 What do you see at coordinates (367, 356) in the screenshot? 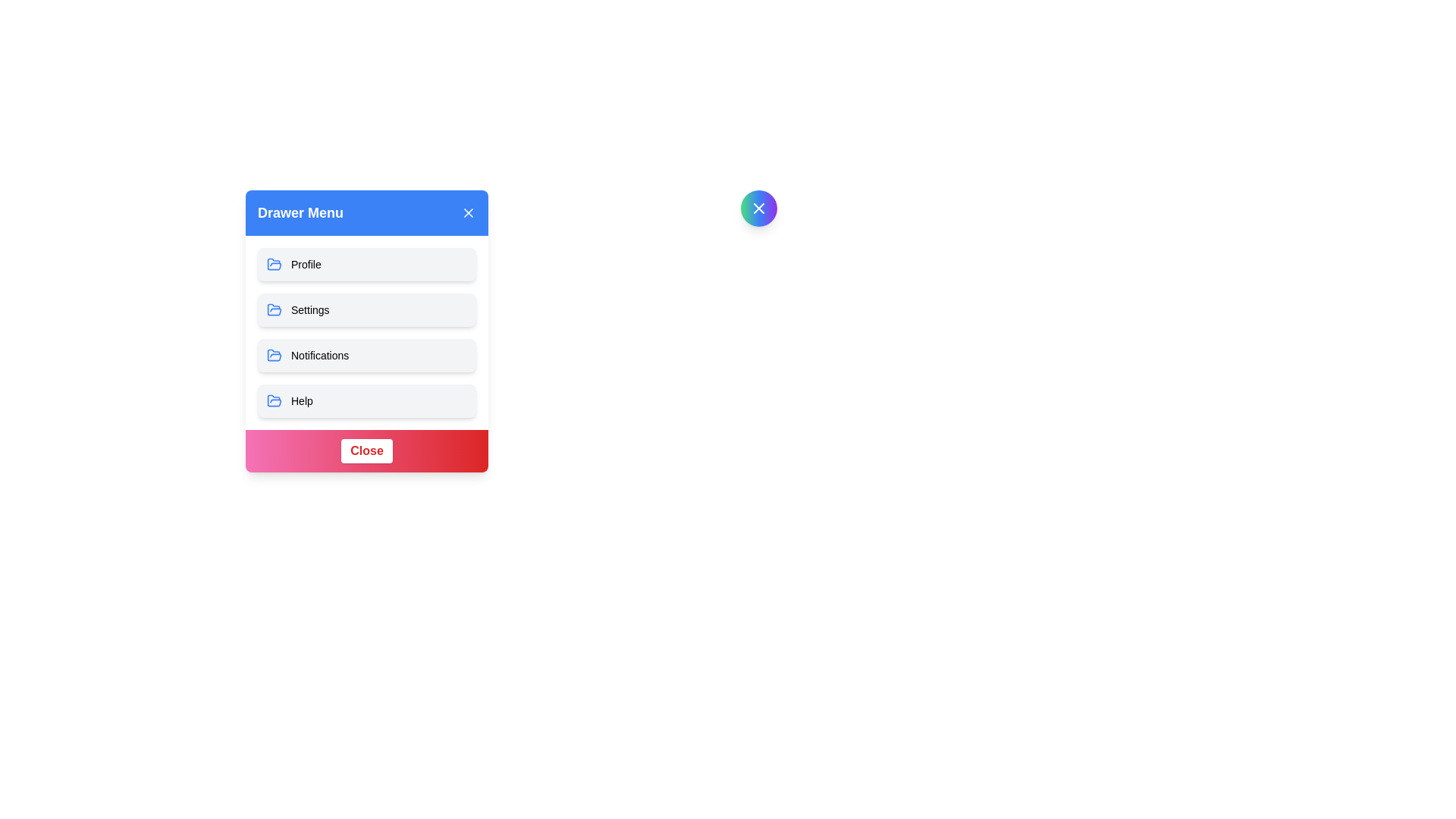
I see `the selectable menu item that navigates to the 'Notifications' section, located in the third position of the vertical menu, above 'Help' and below 'Settings'` at bounding box center [367, 356].